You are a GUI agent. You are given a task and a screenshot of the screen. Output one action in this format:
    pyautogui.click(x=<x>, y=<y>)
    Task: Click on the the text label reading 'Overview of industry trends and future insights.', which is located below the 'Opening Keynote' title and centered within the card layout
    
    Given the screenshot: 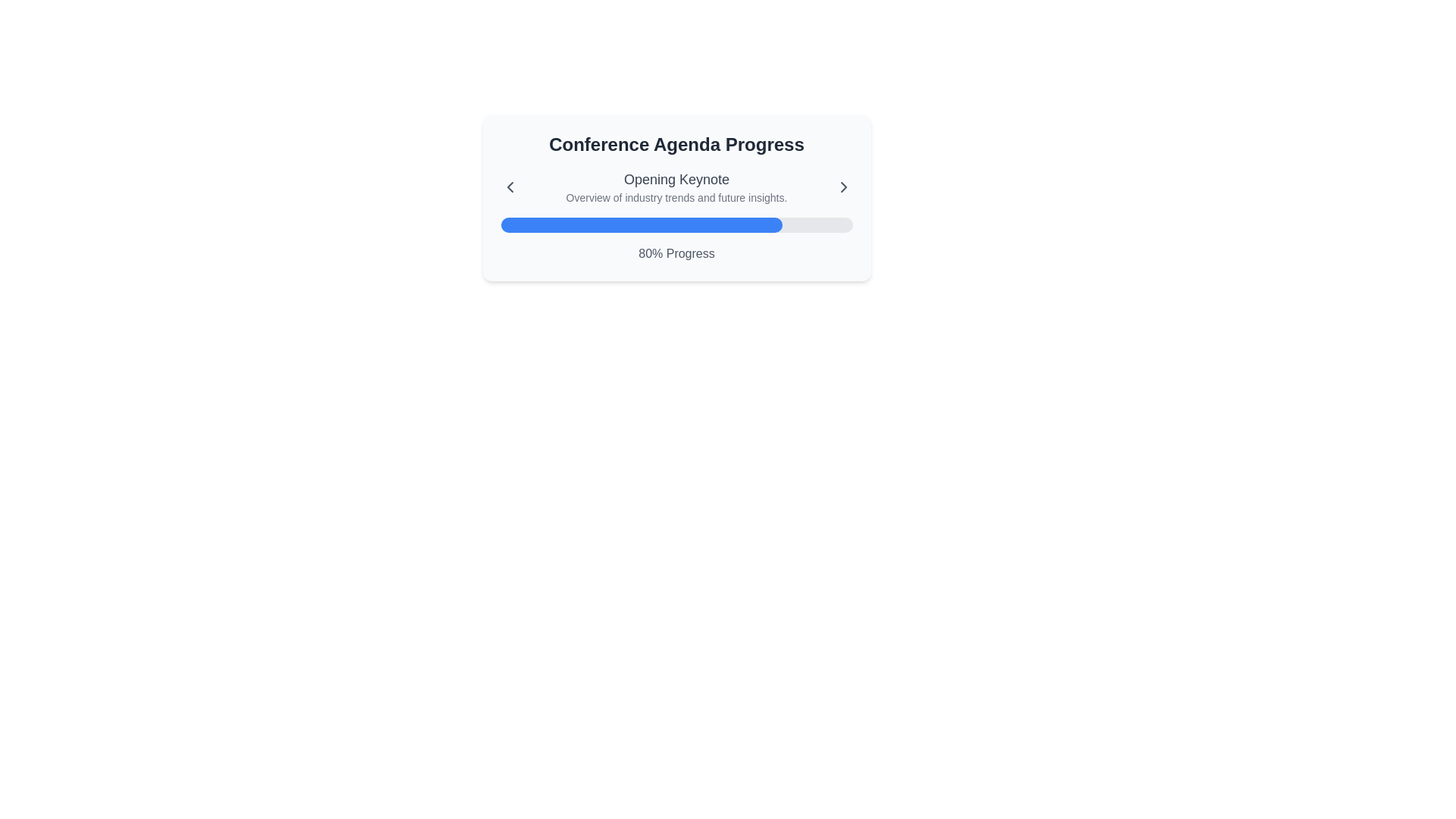 What is the action you would take?
    pyautogui.click(x=676, y=197)
    